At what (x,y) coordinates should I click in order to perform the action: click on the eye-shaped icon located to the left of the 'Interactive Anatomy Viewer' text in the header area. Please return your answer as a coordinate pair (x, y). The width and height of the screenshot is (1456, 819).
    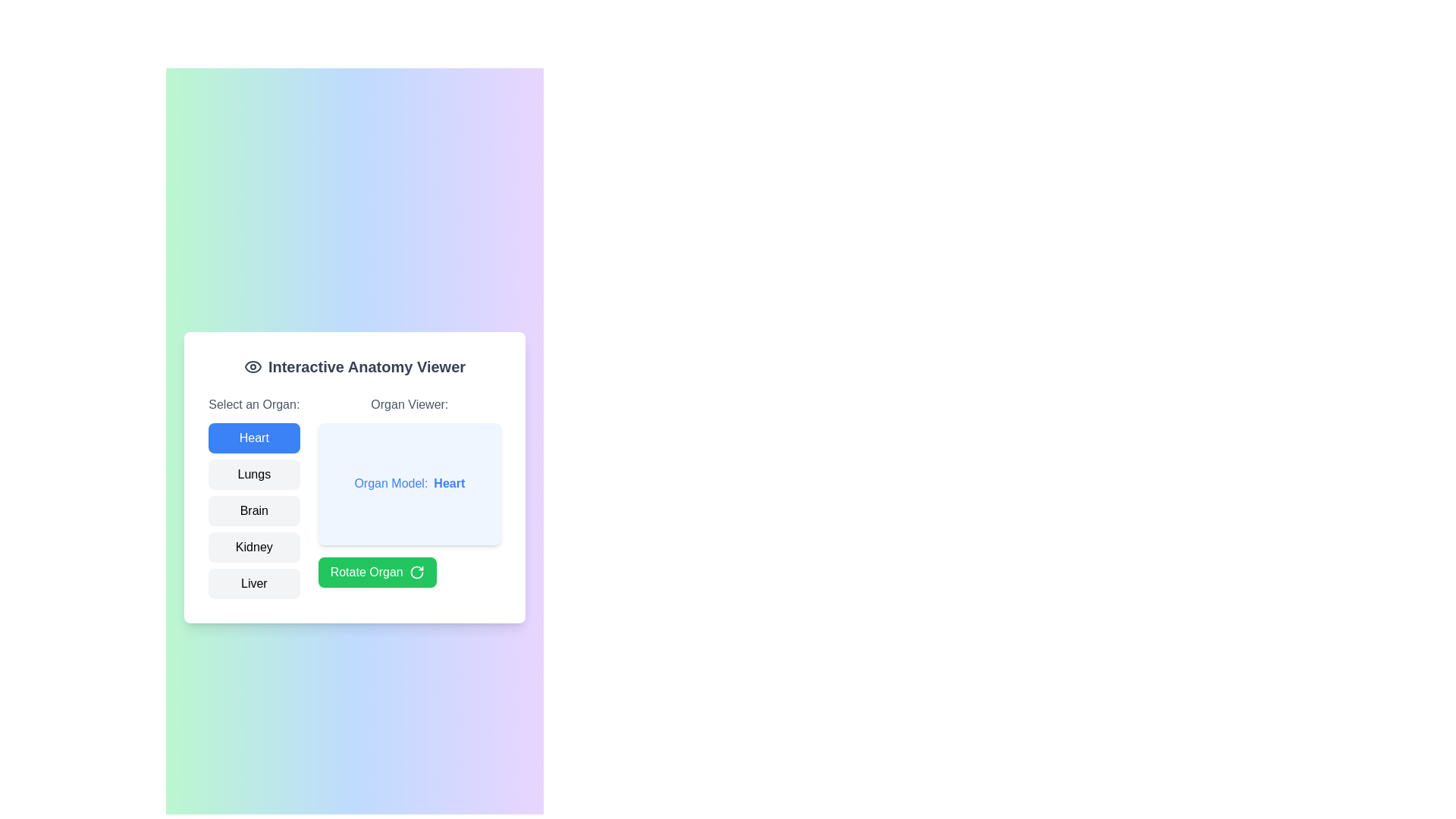
    Looking at the image, I should click on (253, 366).